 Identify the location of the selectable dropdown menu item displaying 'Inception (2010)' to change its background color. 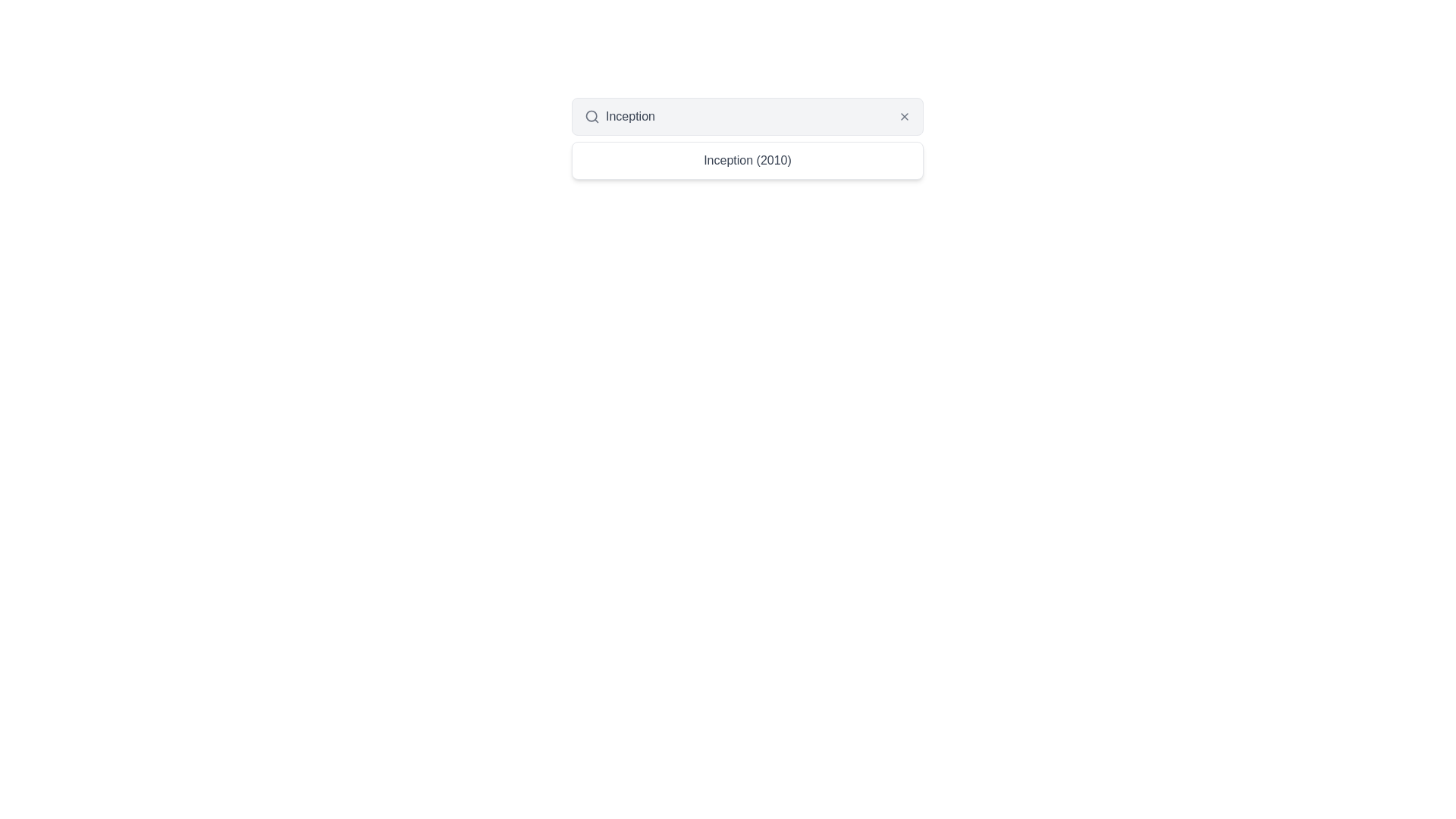
(747, 161).